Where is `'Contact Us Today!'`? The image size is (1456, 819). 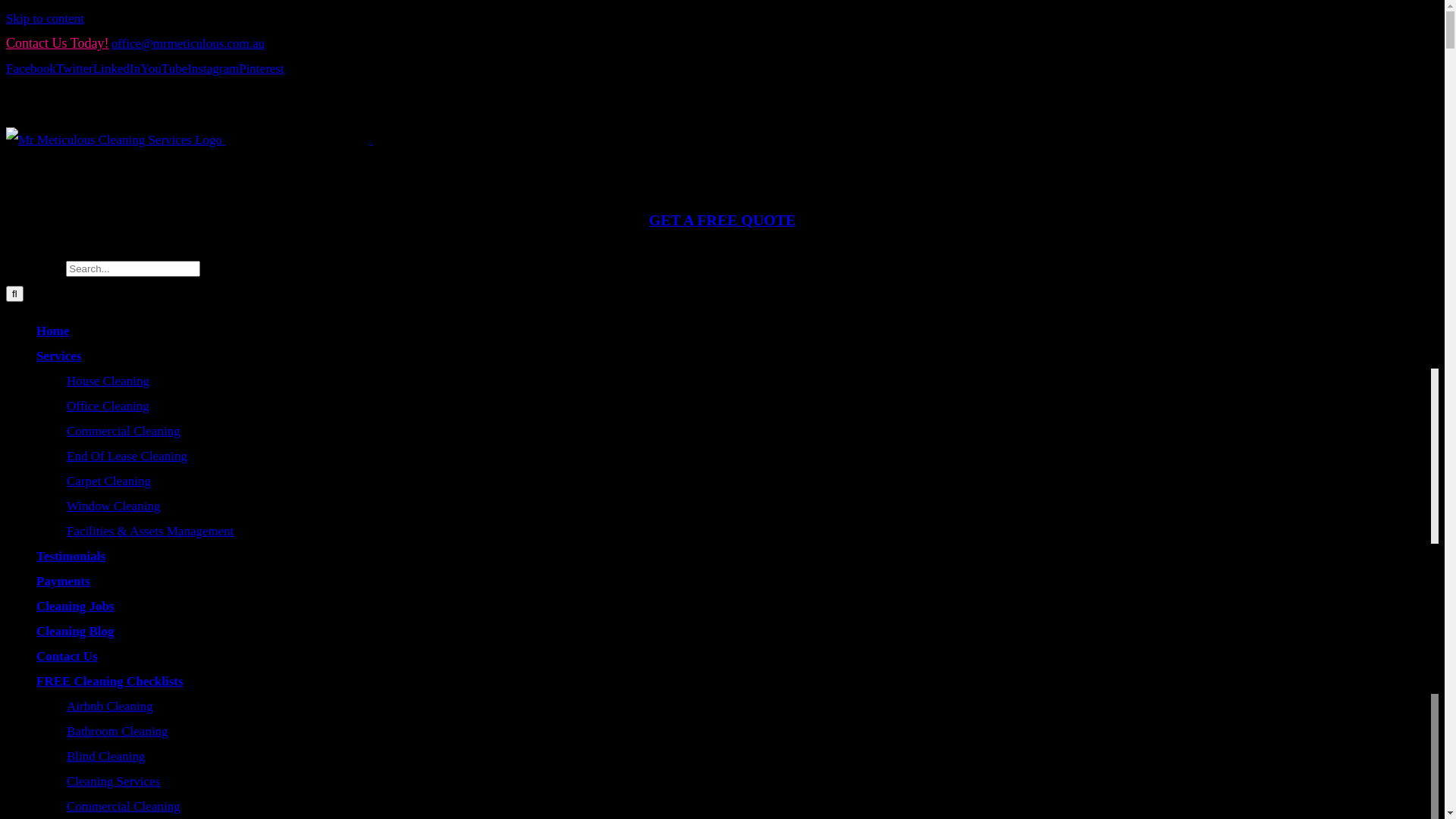 'Contact Us Today!' is located at coordinates (57, 42).